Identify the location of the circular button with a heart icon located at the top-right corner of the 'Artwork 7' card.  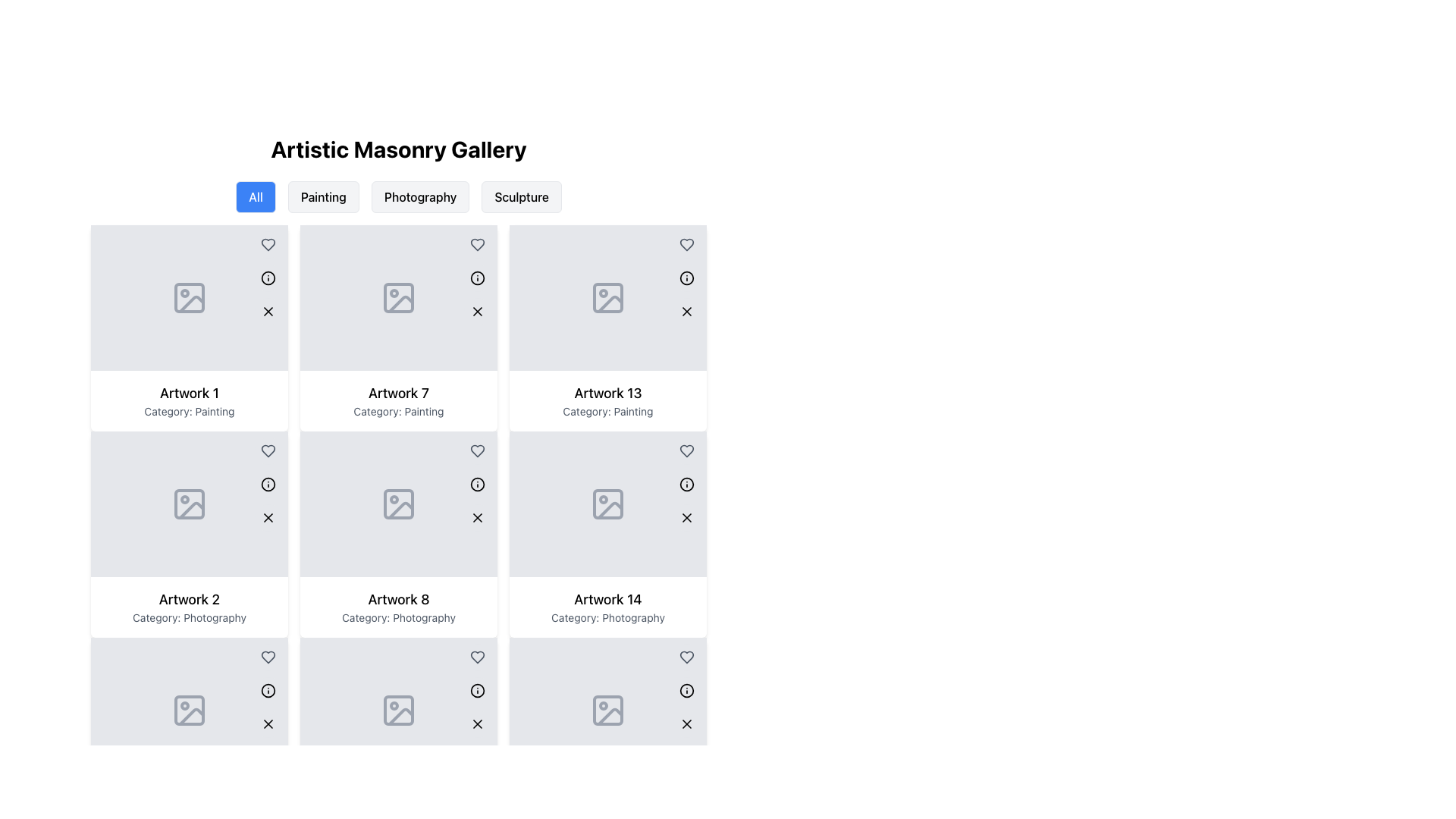
(476, 450).